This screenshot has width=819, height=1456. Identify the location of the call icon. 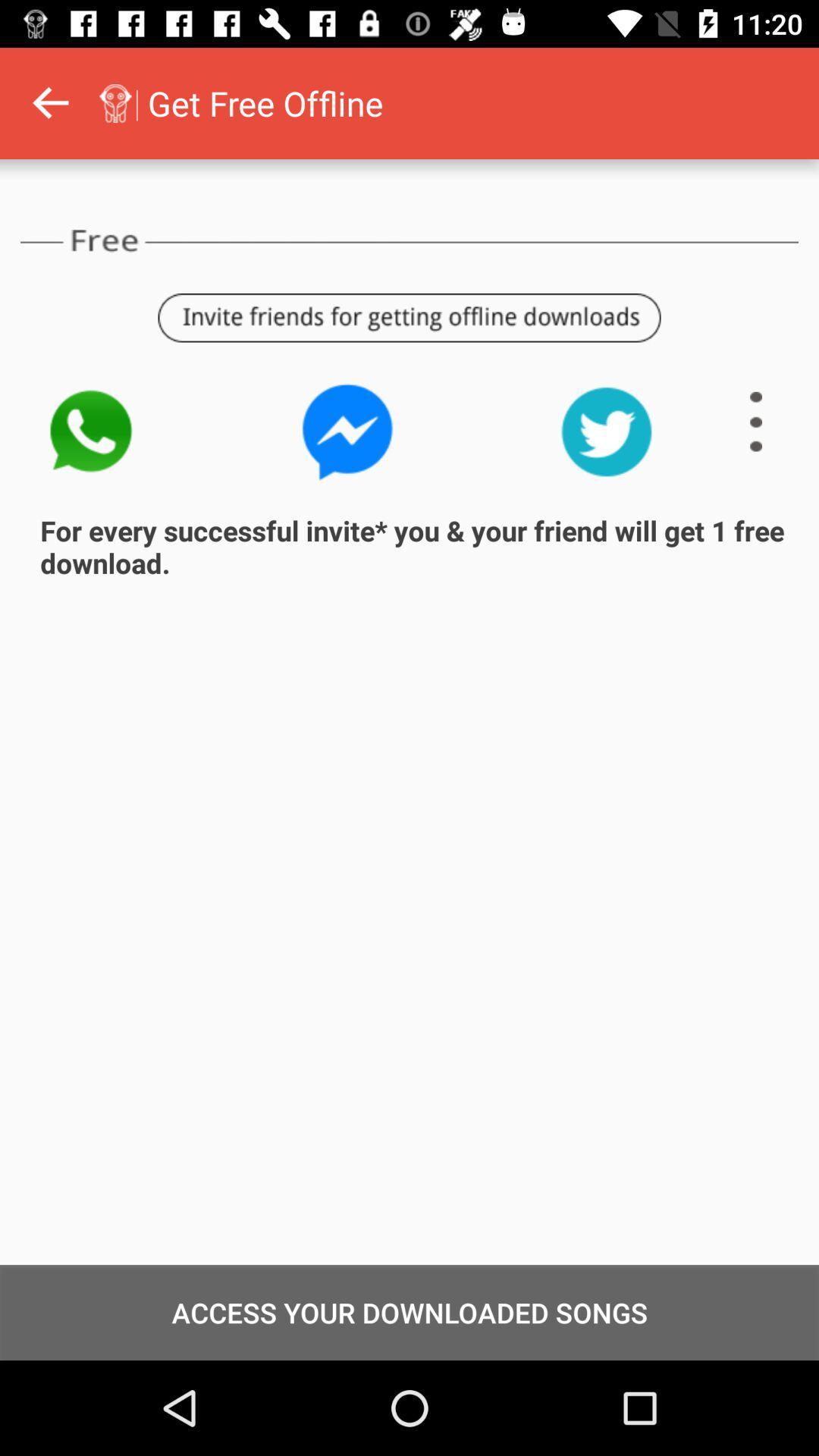
(89, 431).